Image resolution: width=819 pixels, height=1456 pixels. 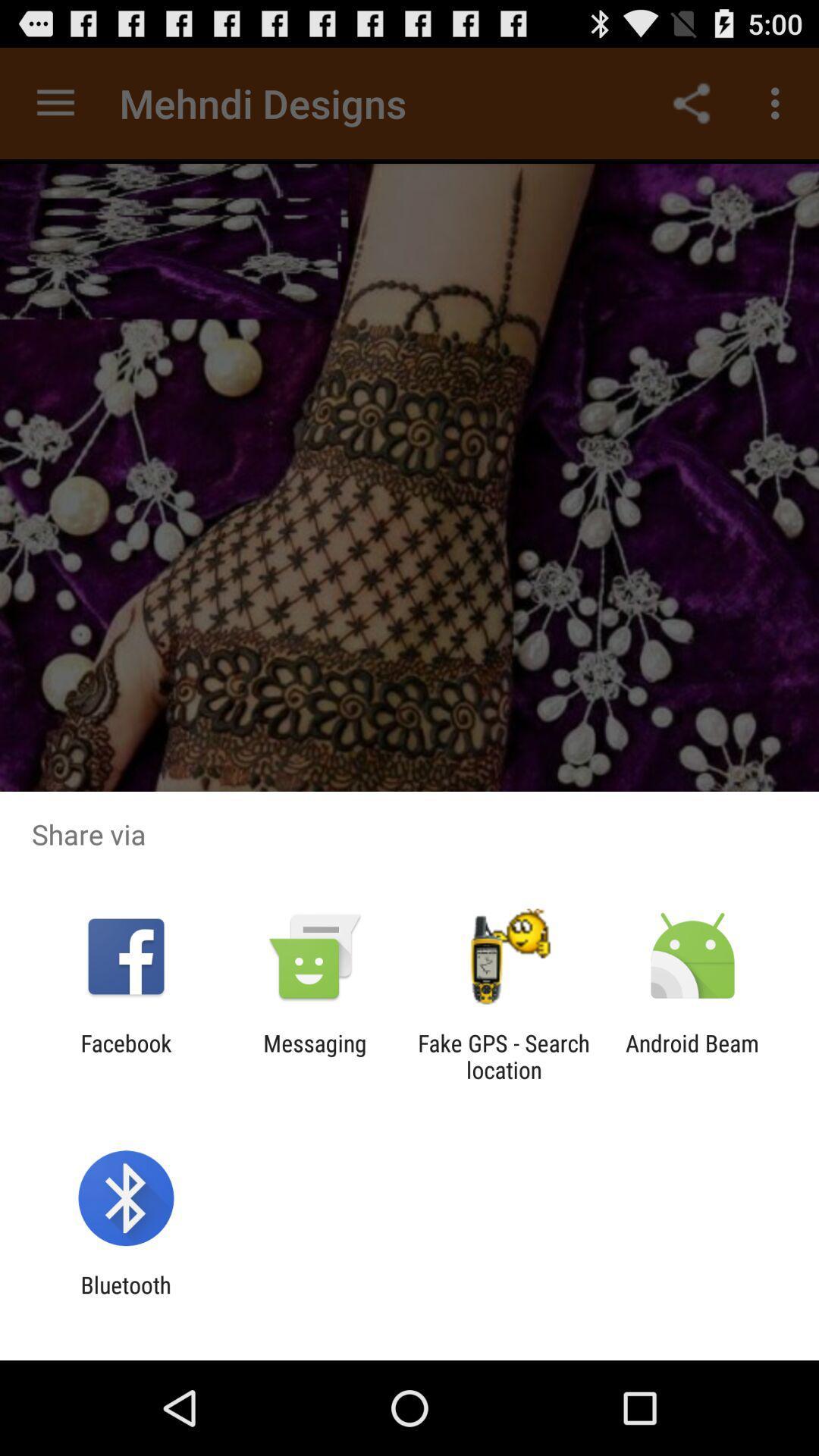 What do you see at coordinates (314, 1056) in the screenshot?
I see `the item next to the facebook item` at bounding box center [314, 1056].